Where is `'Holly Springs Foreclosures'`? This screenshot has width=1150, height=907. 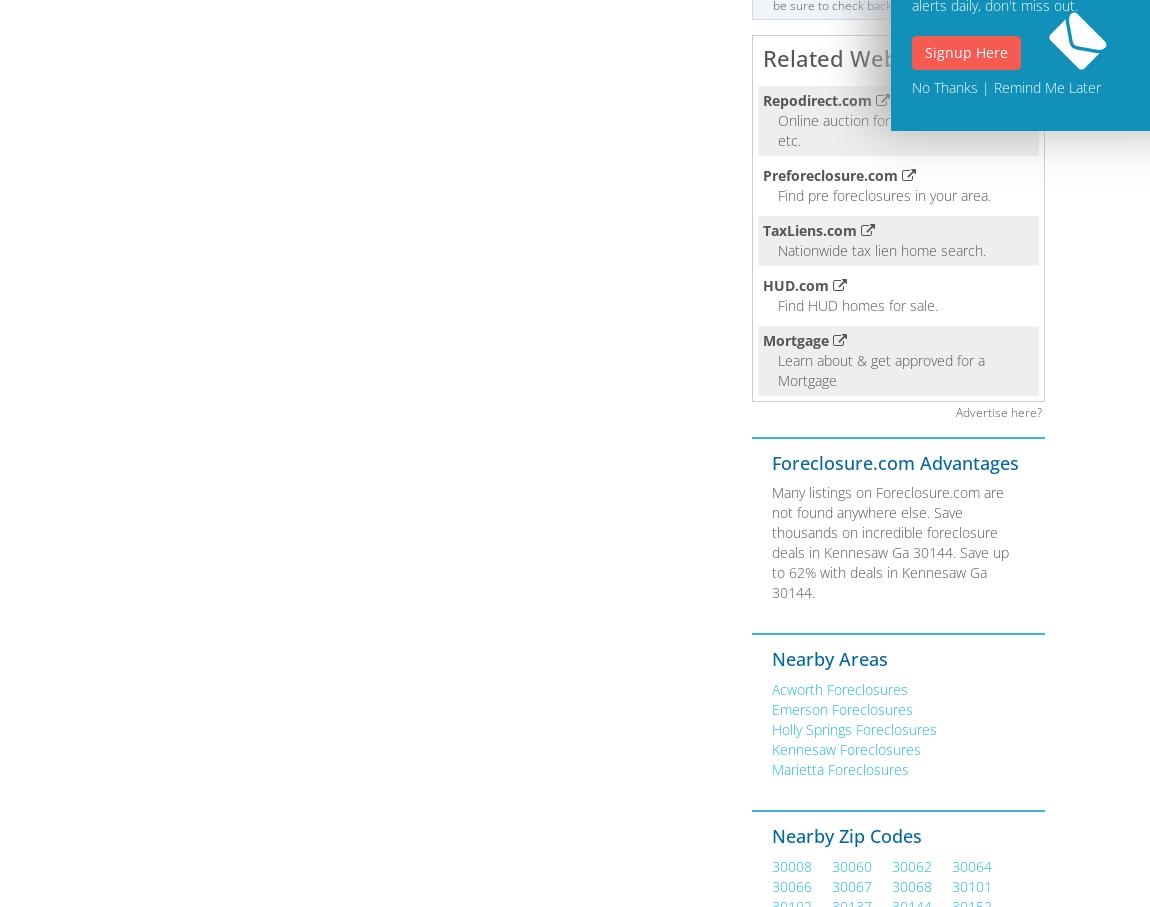
'Holly Springs Foreclosures' is located at coordinates (852, 729).